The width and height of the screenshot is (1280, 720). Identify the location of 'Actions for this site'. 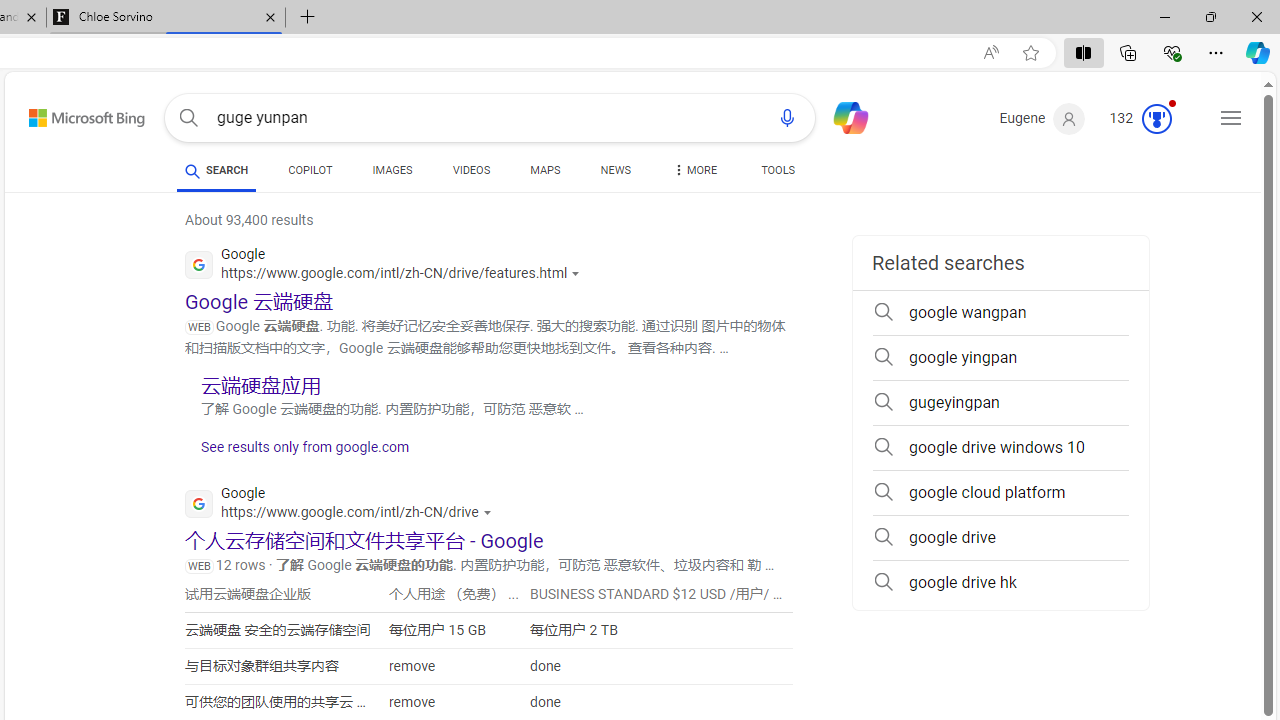
(489, 512).